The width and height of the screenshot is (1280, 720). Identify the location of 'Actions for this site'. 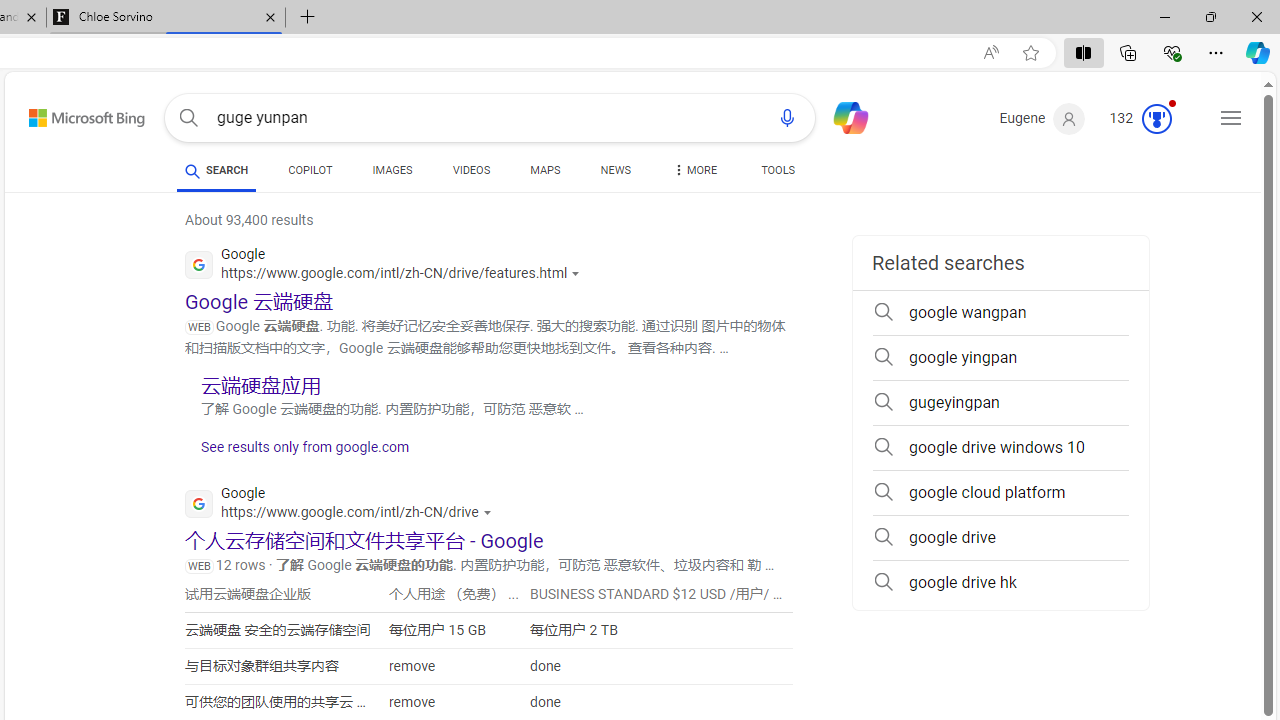
(489, 512).